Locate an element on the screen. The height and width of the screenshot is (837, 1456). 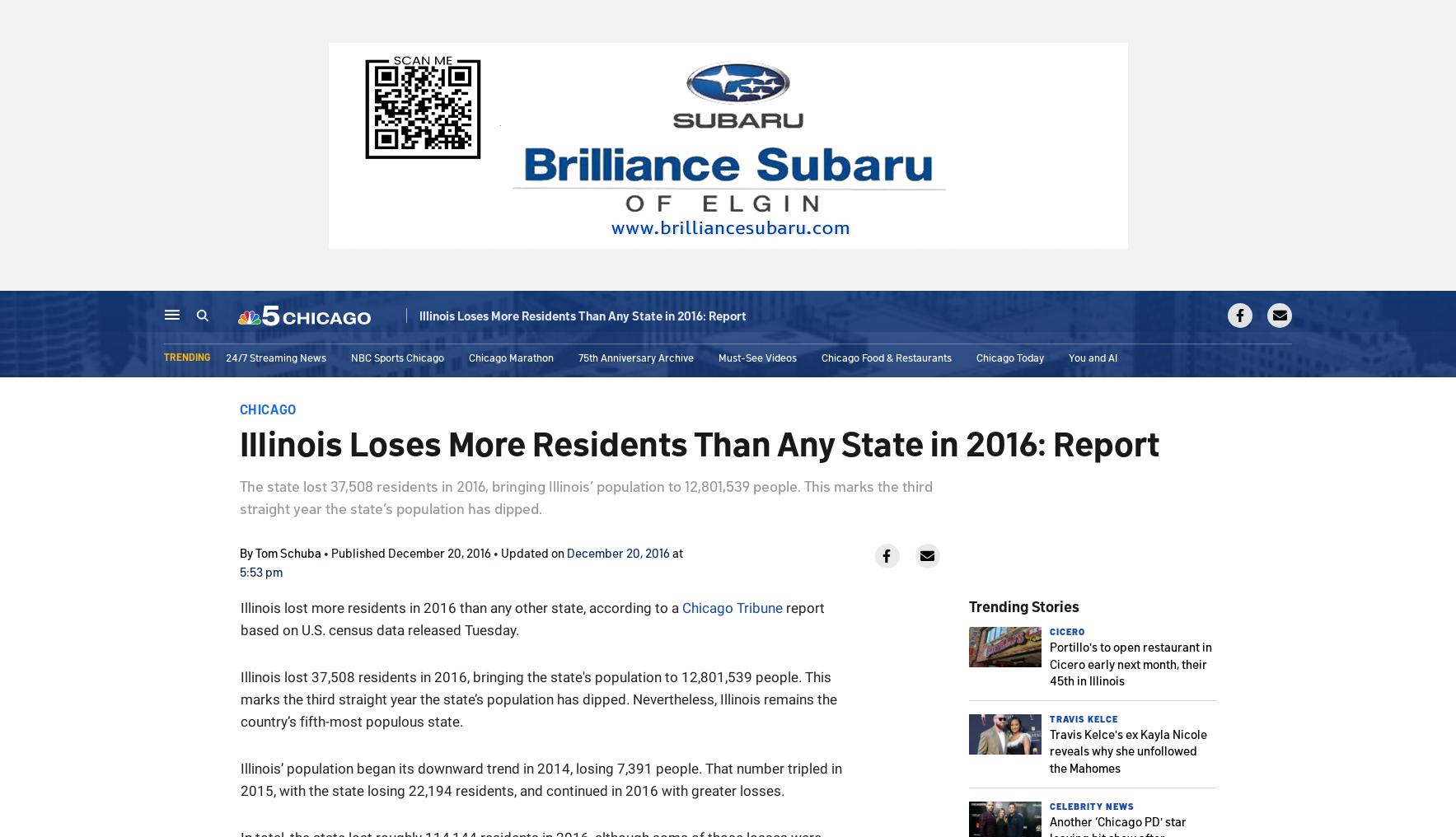
'Trending Stories' is located at coordinates (1023, 606).